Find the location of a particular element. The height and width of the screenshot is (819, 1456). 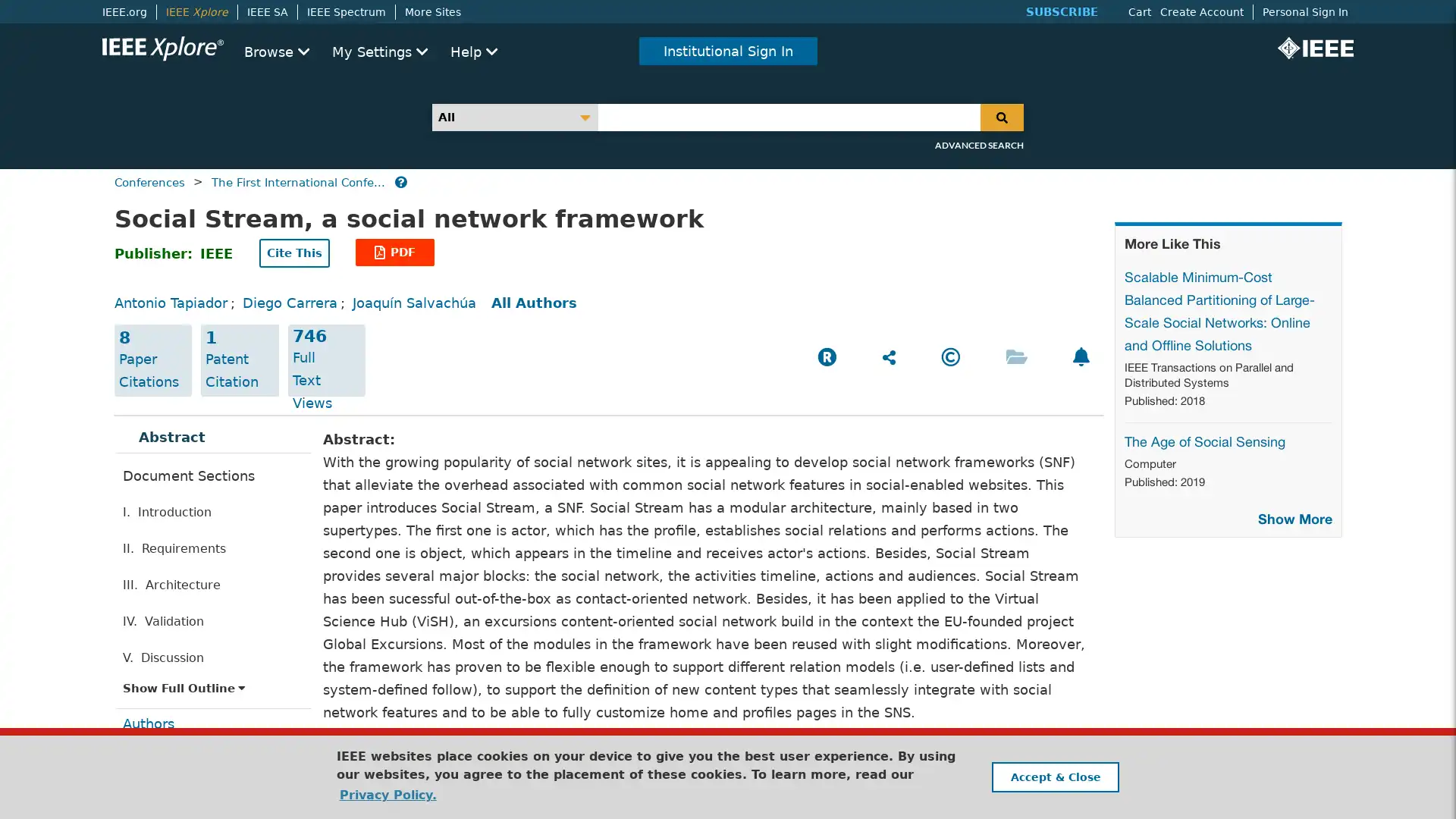

Cite This is located at coordinates (294, 253).